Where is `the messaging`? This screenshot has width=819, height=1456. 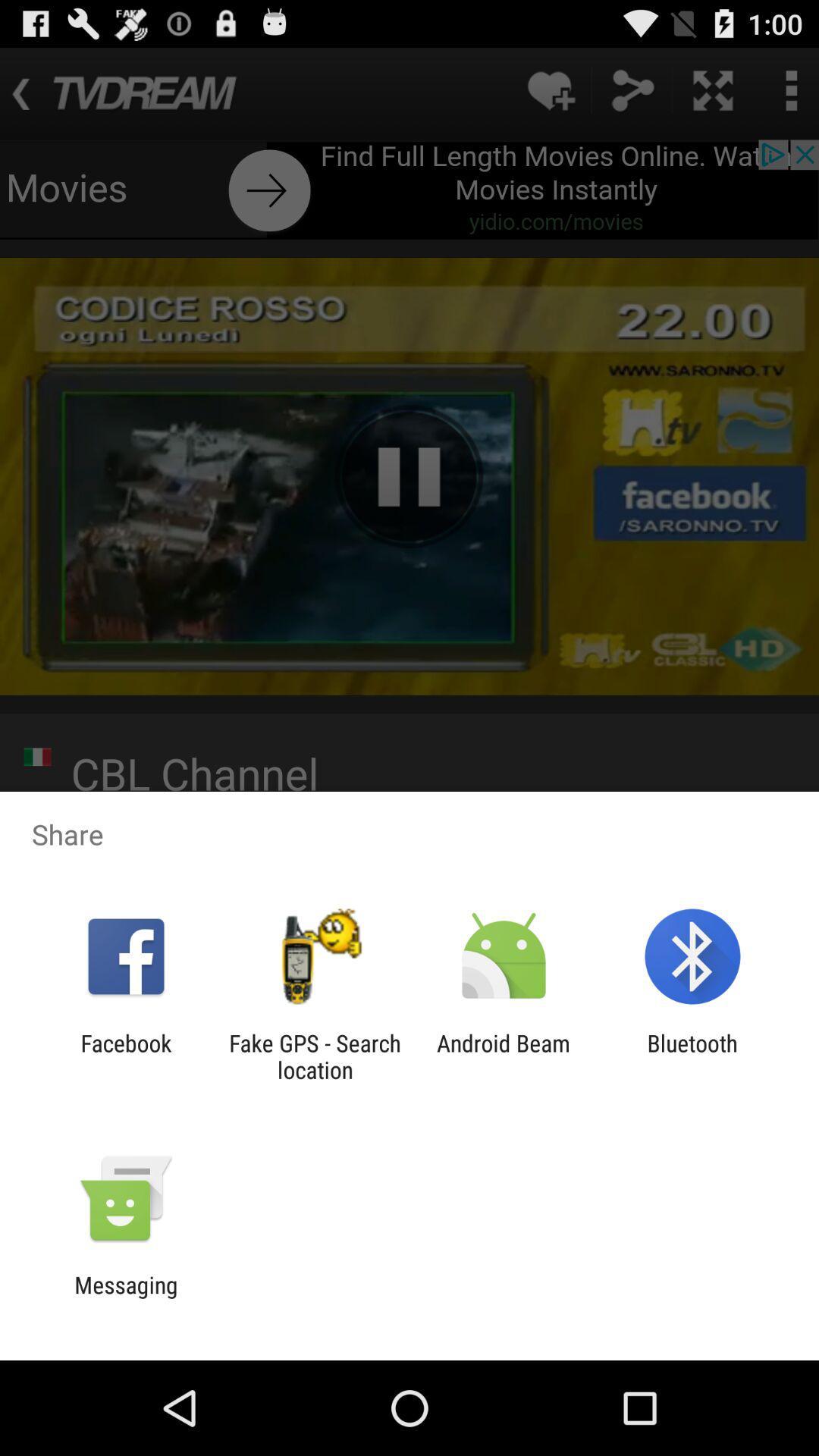 the messaging is located at coordinates (125, 1298).